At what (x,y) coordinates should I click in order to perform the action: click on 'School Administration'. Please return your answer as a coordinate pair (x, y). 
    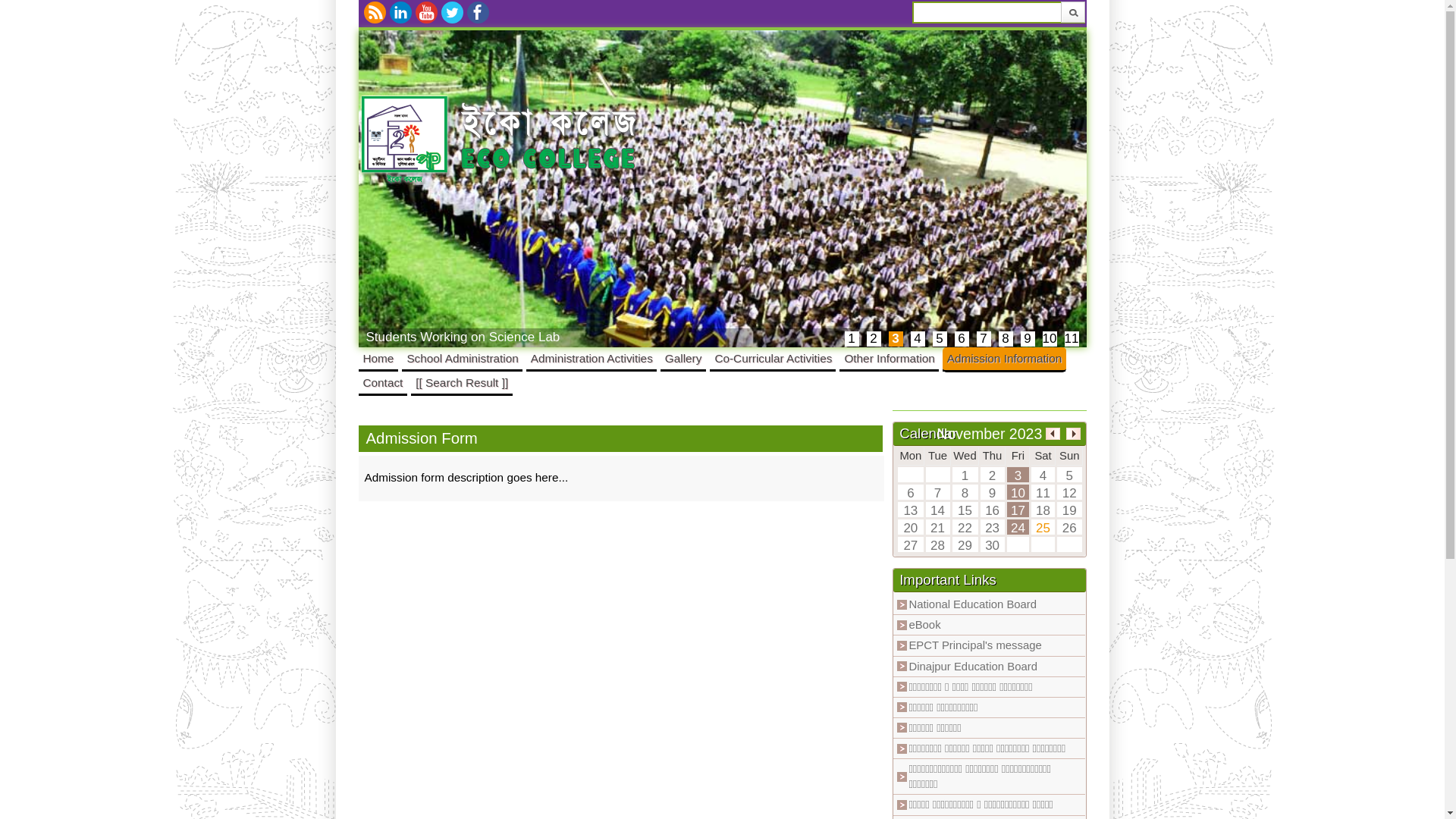
    Looking at the image, I should click on (461, 358).